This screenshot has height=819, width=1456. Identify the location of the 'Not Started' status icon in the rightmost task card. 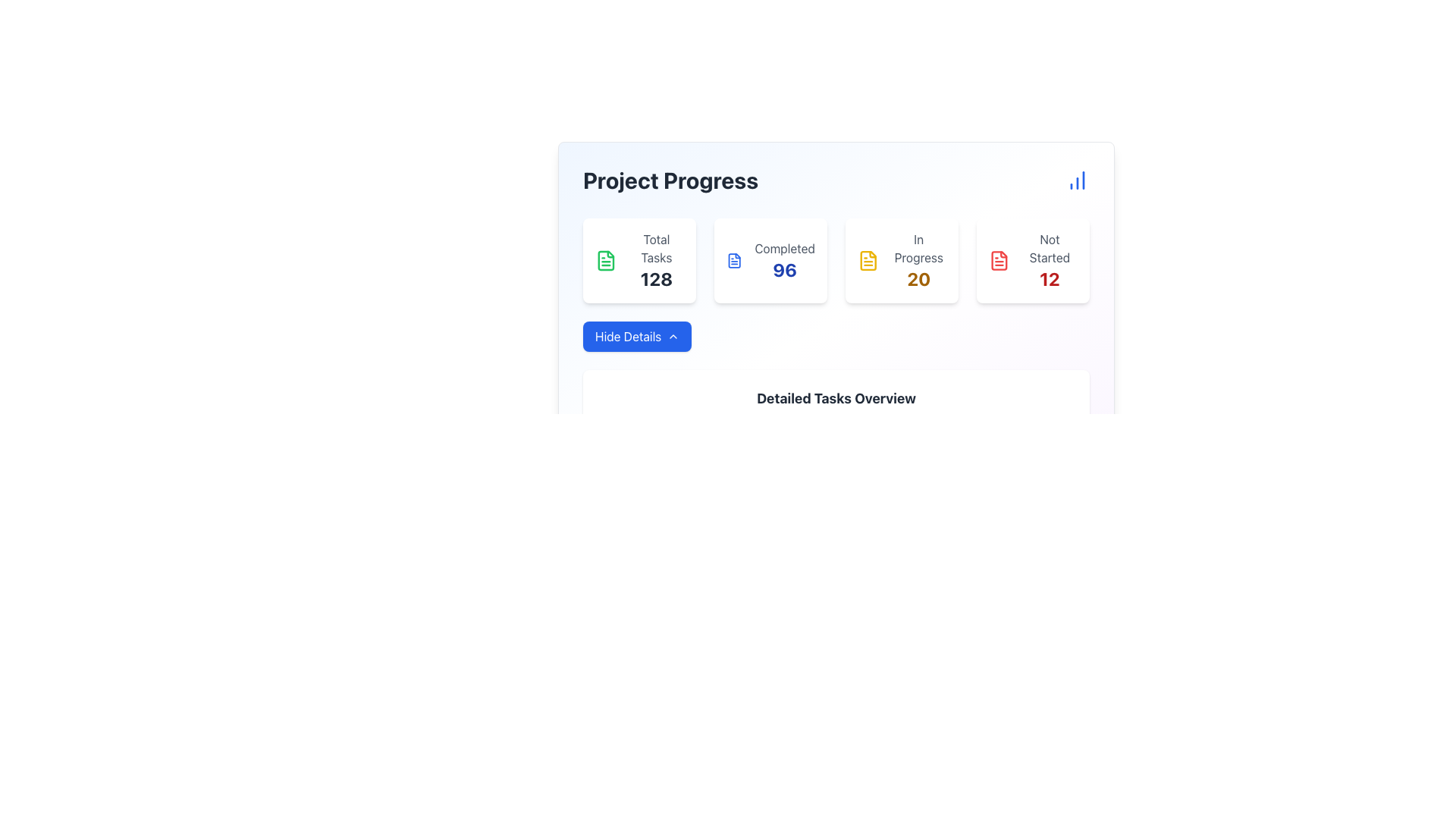
(999, 259).